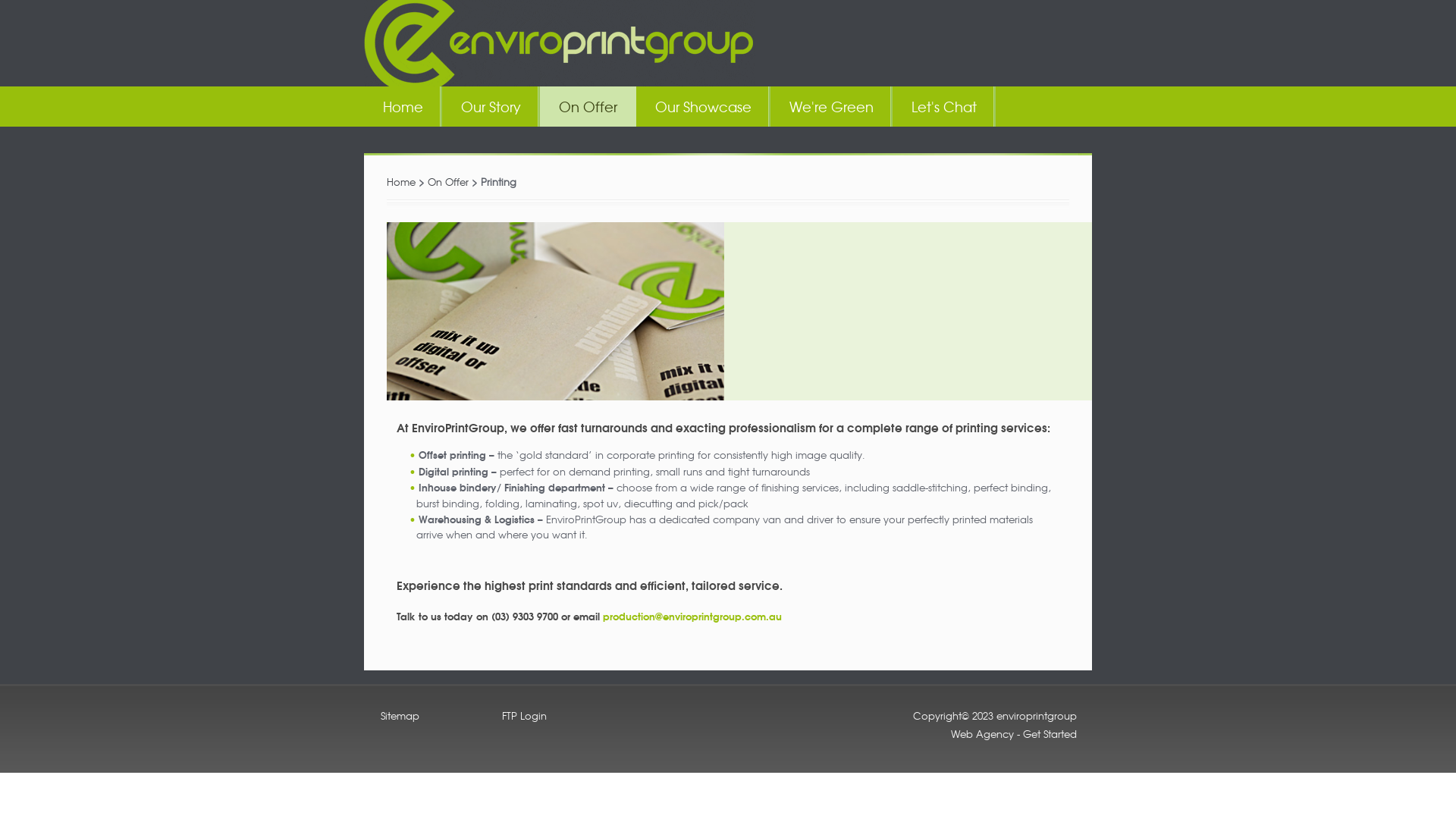  I want to click on 'Let's Chat', so click(943, 105).